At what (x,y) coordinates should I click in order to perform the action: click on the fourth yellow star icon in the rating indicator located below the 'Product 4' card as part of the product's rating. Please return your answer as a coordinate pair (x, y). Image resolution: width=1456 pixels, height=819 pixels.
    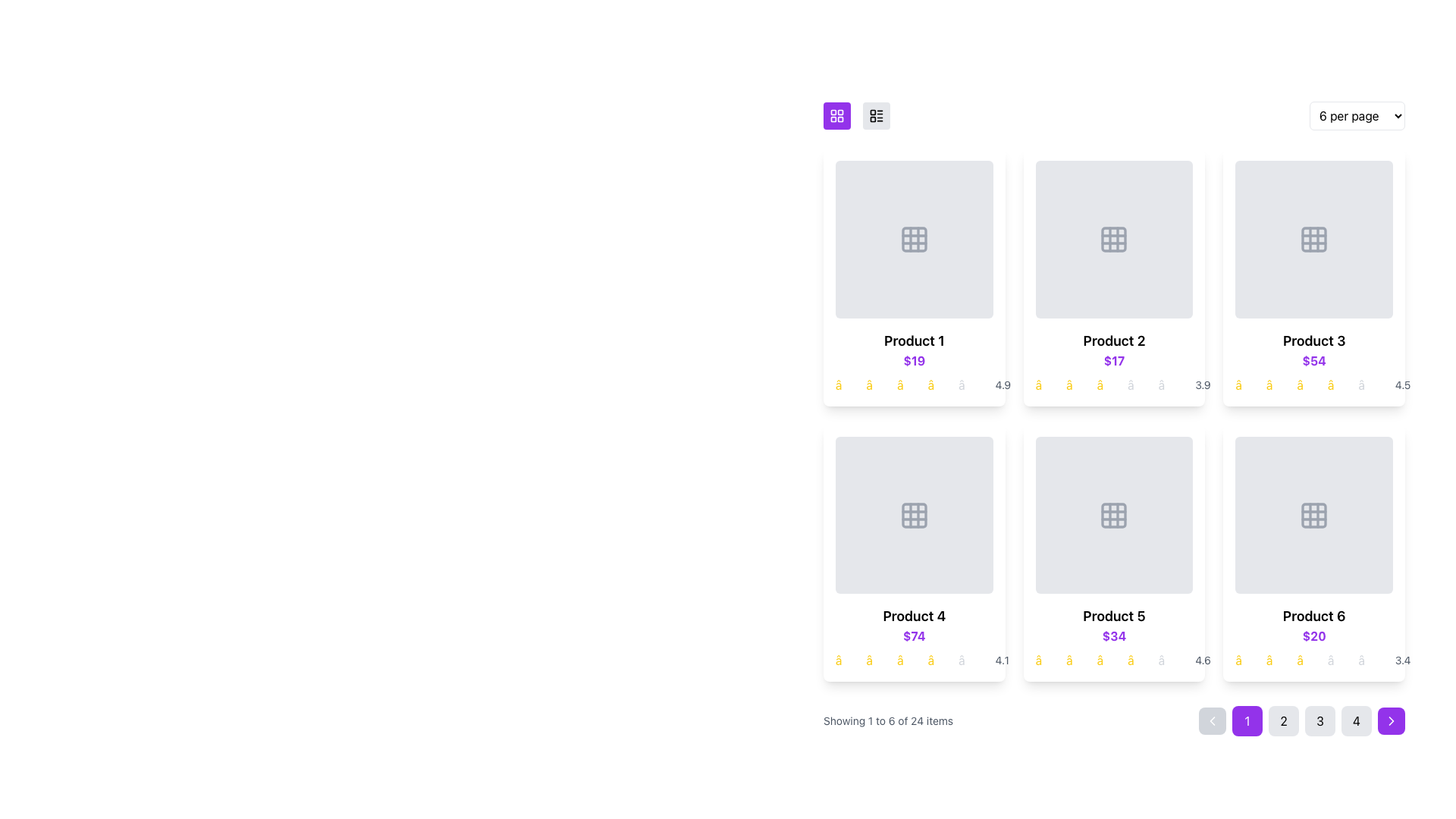
    Looking at the image, I should click on (942, 660).